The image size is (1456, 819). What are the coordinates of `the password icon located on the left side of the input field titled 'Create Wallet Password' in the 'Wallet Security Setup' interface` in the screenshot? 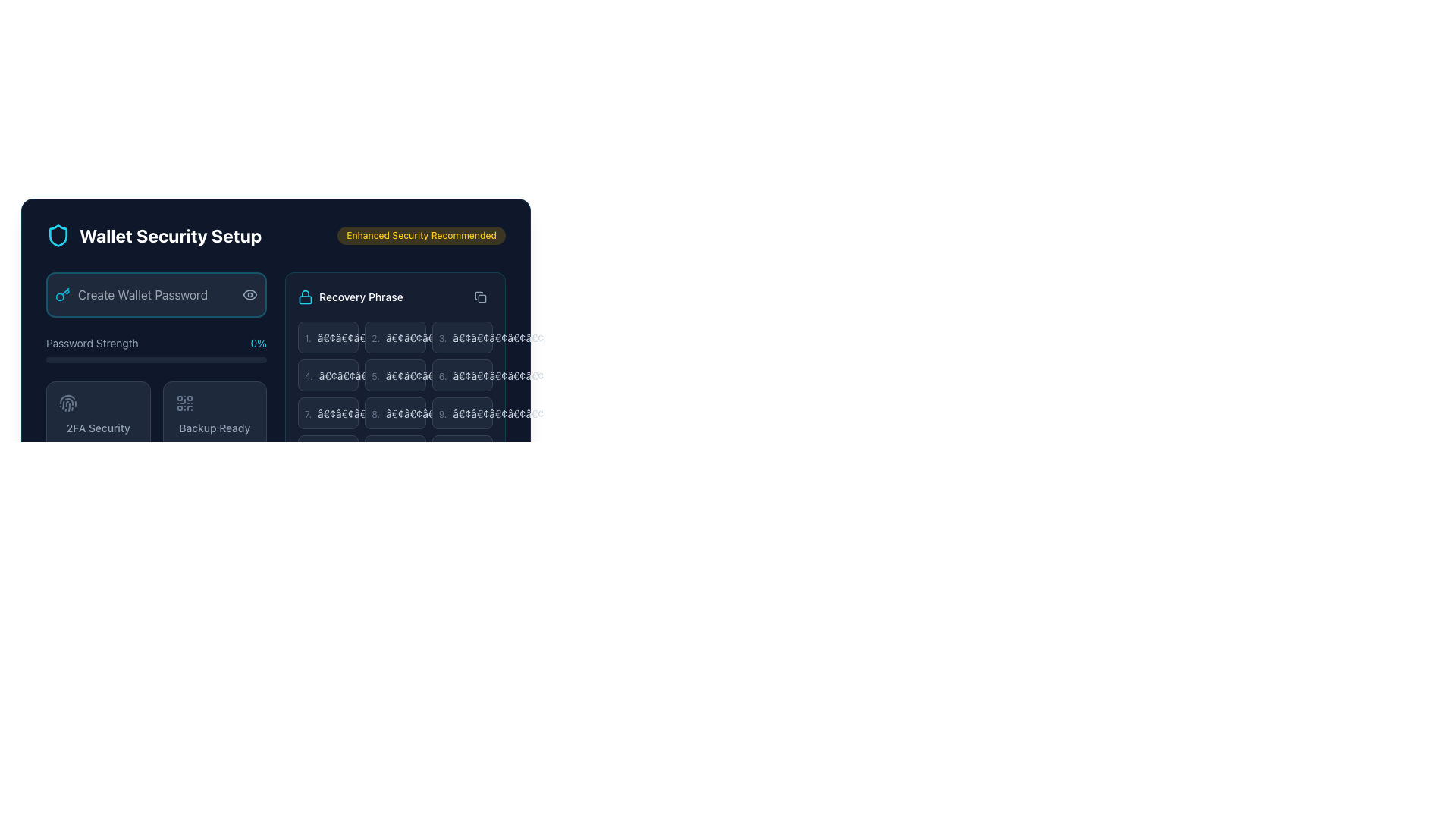 It's located at (58, 295).